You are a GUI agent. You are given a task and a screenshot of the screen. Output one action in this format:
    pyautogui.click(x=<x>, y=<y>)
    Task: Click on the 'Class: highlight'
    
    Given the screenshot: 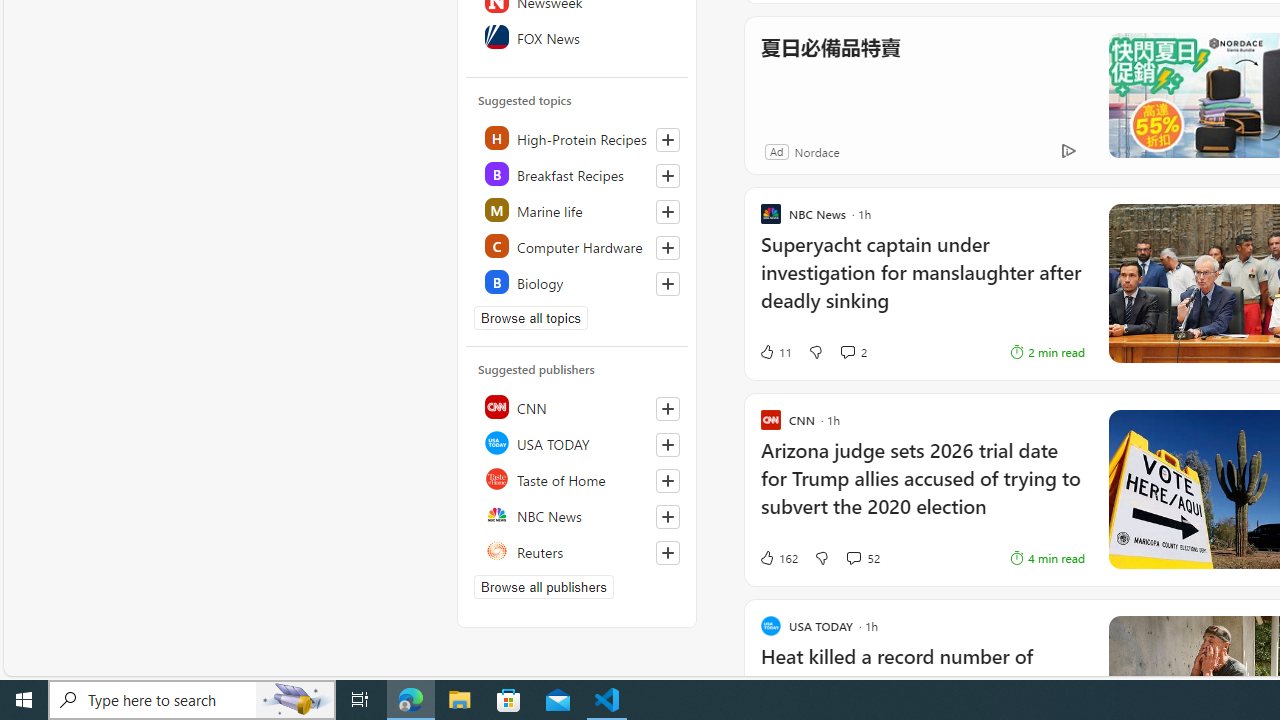 What is the action you would take?
    pyautogui.click(x=577, y=281)
    